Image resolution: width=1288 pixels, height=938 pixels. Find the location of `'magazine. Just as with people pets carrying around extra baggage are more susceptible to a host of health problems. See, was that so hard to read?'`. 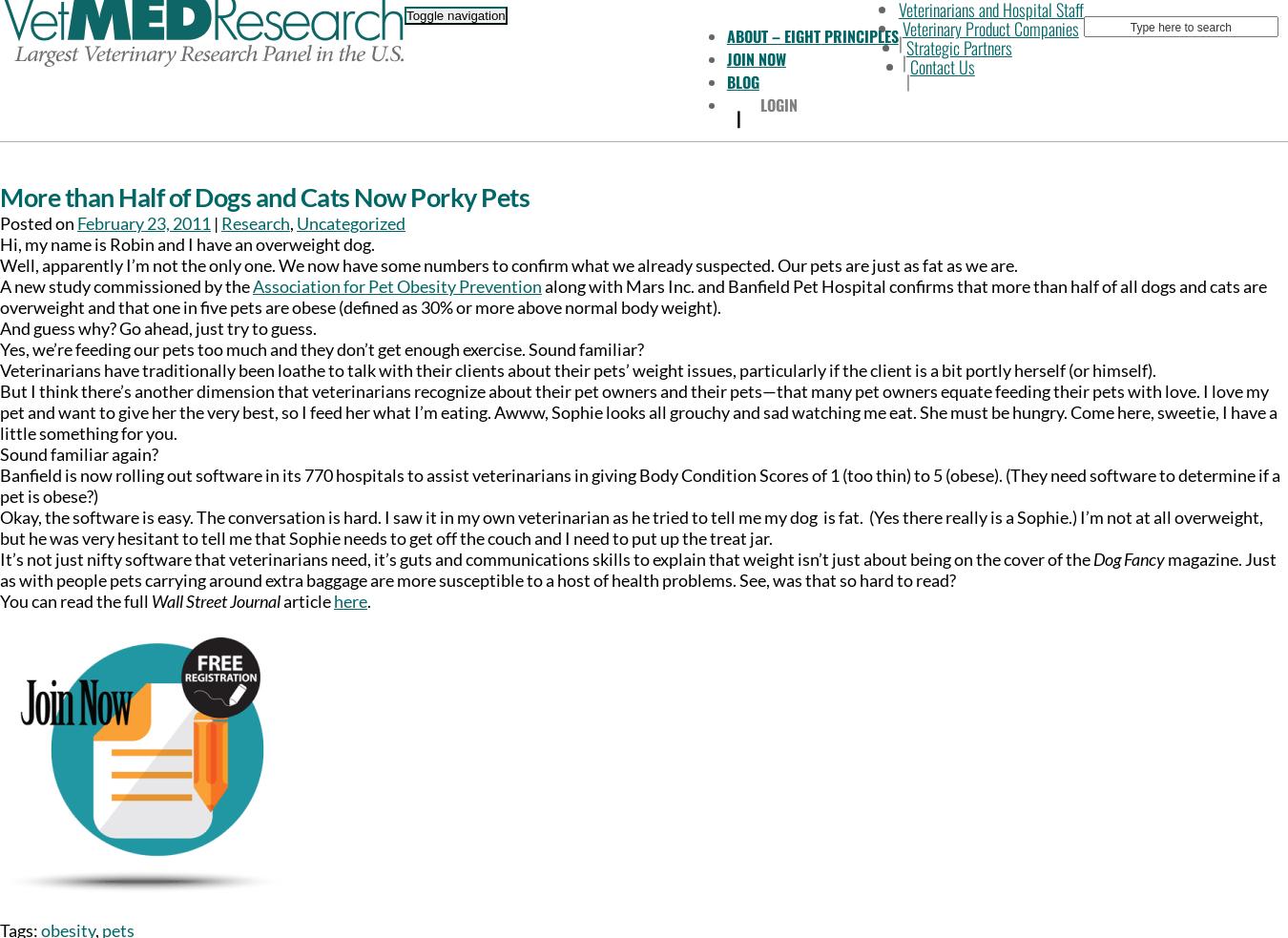

'magazine. Just as with people pets carrying around extra baggage are more susceptible to a host of health problems. See, was that so hard to read?' is located at coordinates (638, 569).